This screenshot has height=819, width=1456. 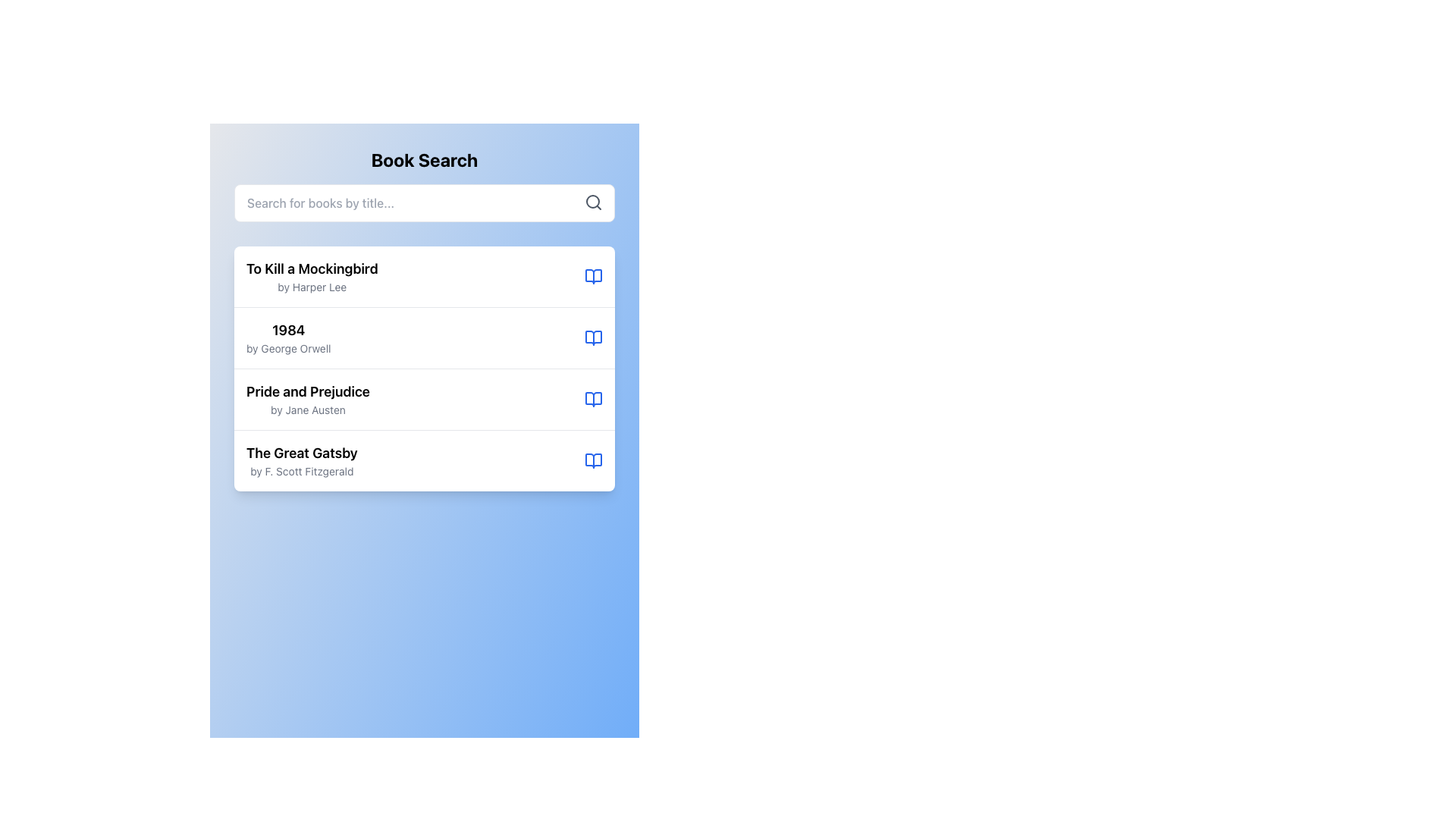 I want to click on the text display element titled 'To Kill a Mockingbird' which features a bold title and a smaller gray italicized line of text by Harper Lee, so click(x=311, y=277).